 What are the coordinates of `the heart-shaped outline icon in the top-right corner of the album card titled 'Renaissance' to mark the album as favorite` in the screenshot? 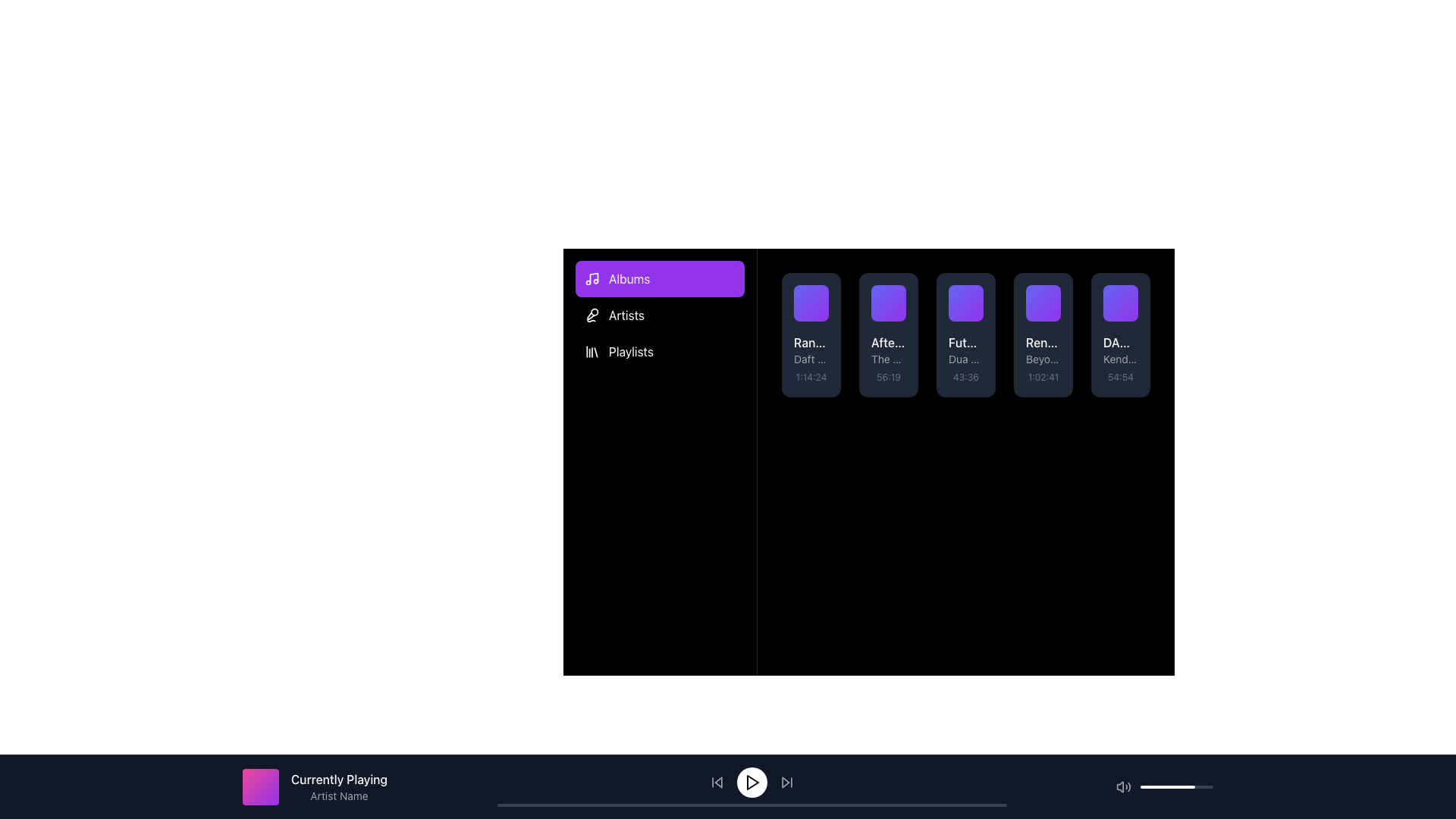 It's located at (1051, 294).